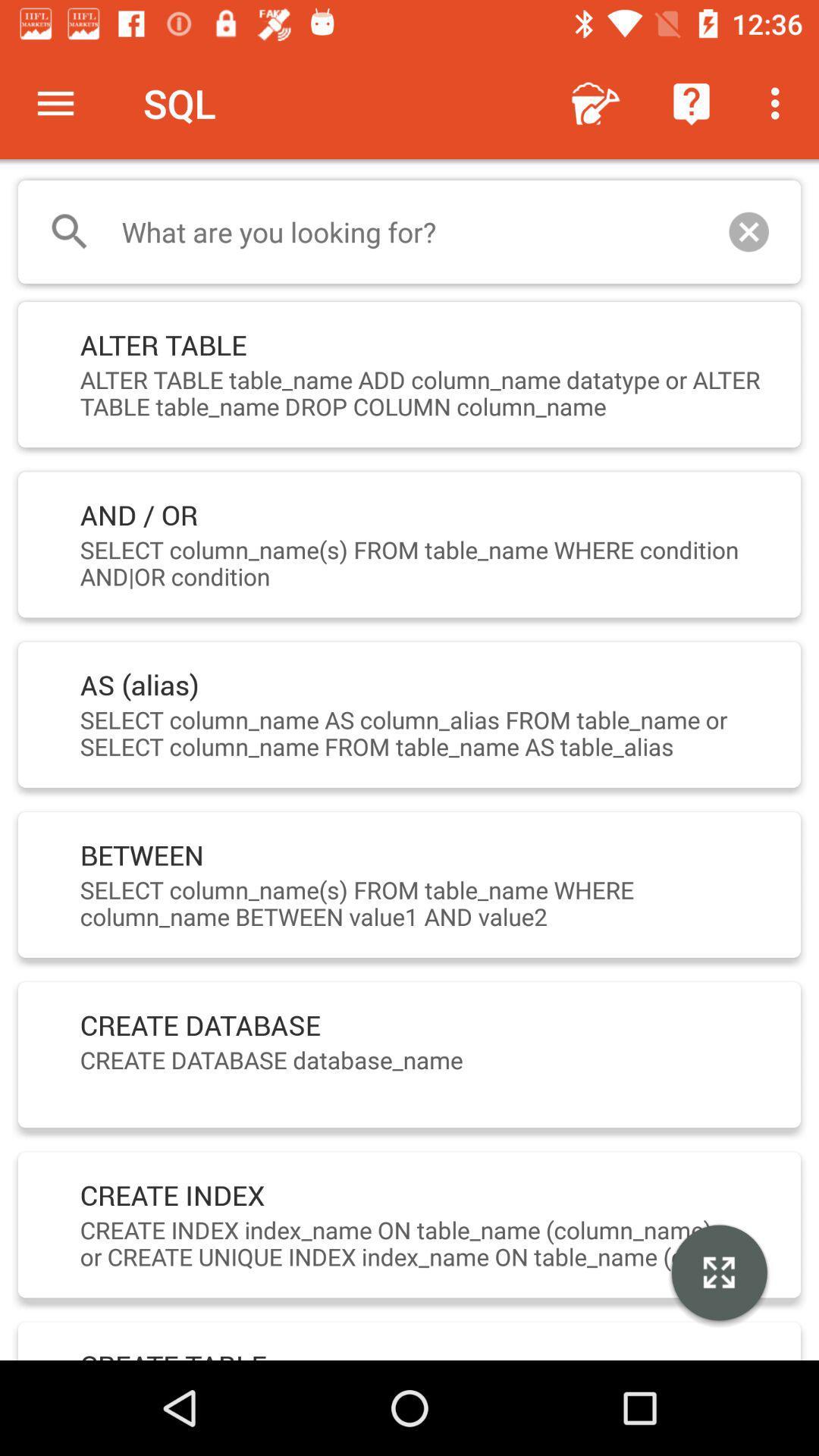 This screenshot has width=819, height=1456. What do you see at coordinates (595, 102) in the screenshot?
I see `the icon to the right of sql` at bounding box center [595, 102].